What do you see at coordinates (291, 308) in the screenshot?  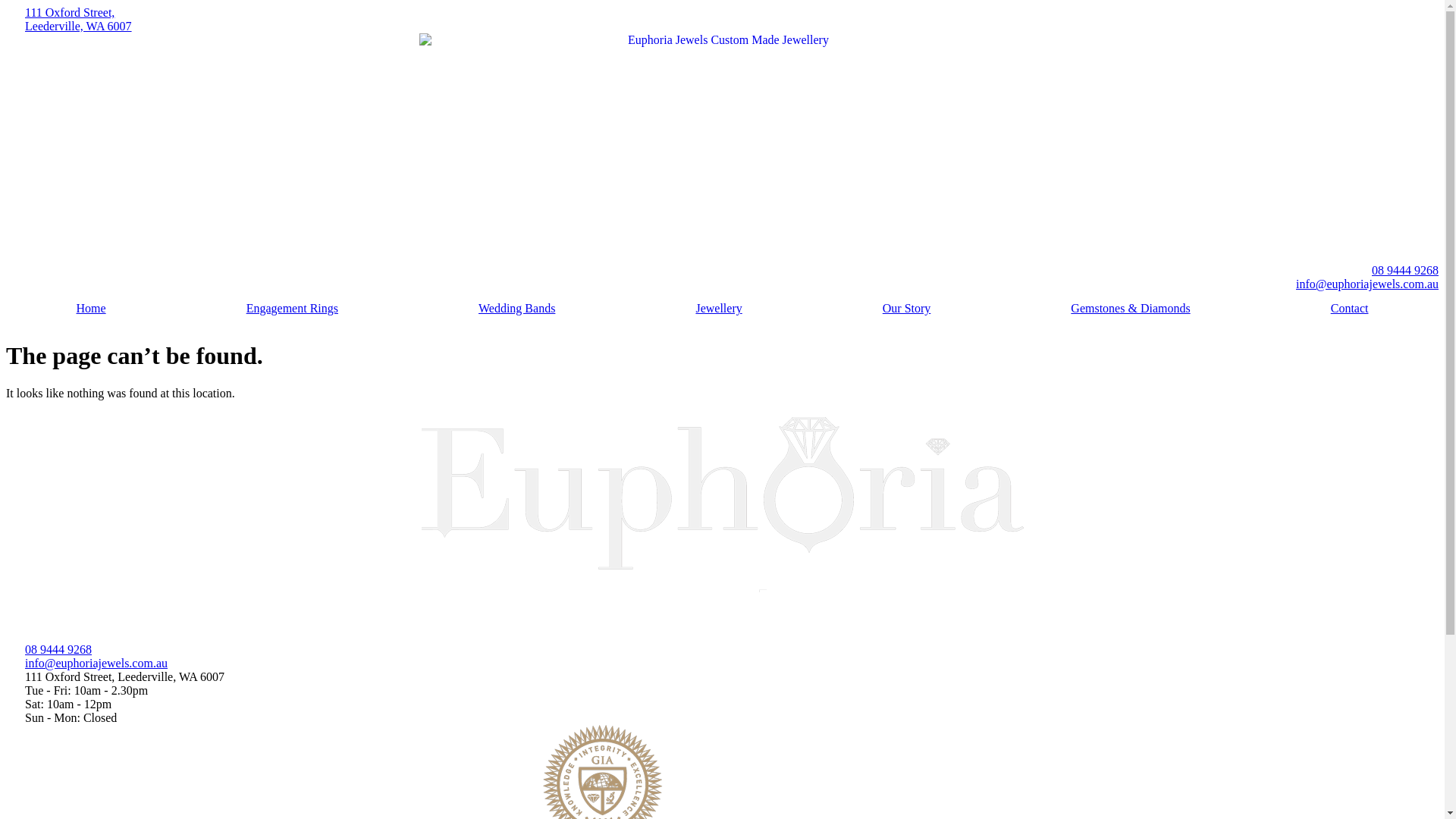 I see `'Engagement Rings'` at bounding box center [291, 308].